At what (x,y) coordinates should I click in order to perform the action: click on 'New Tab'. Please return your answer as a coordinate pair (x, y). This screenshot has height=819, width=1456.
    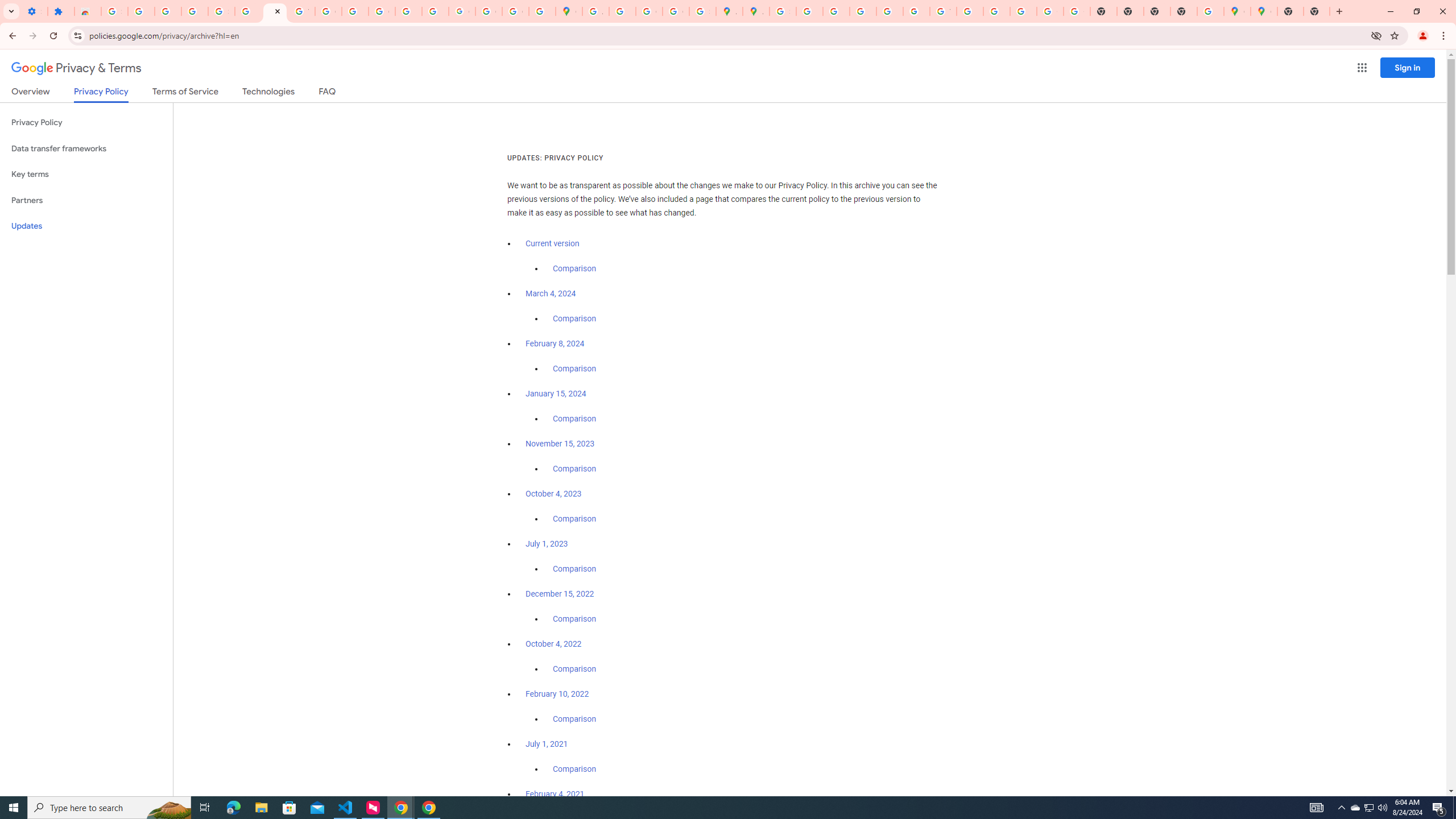
    Looking at the image, I should click on (1317, 11).